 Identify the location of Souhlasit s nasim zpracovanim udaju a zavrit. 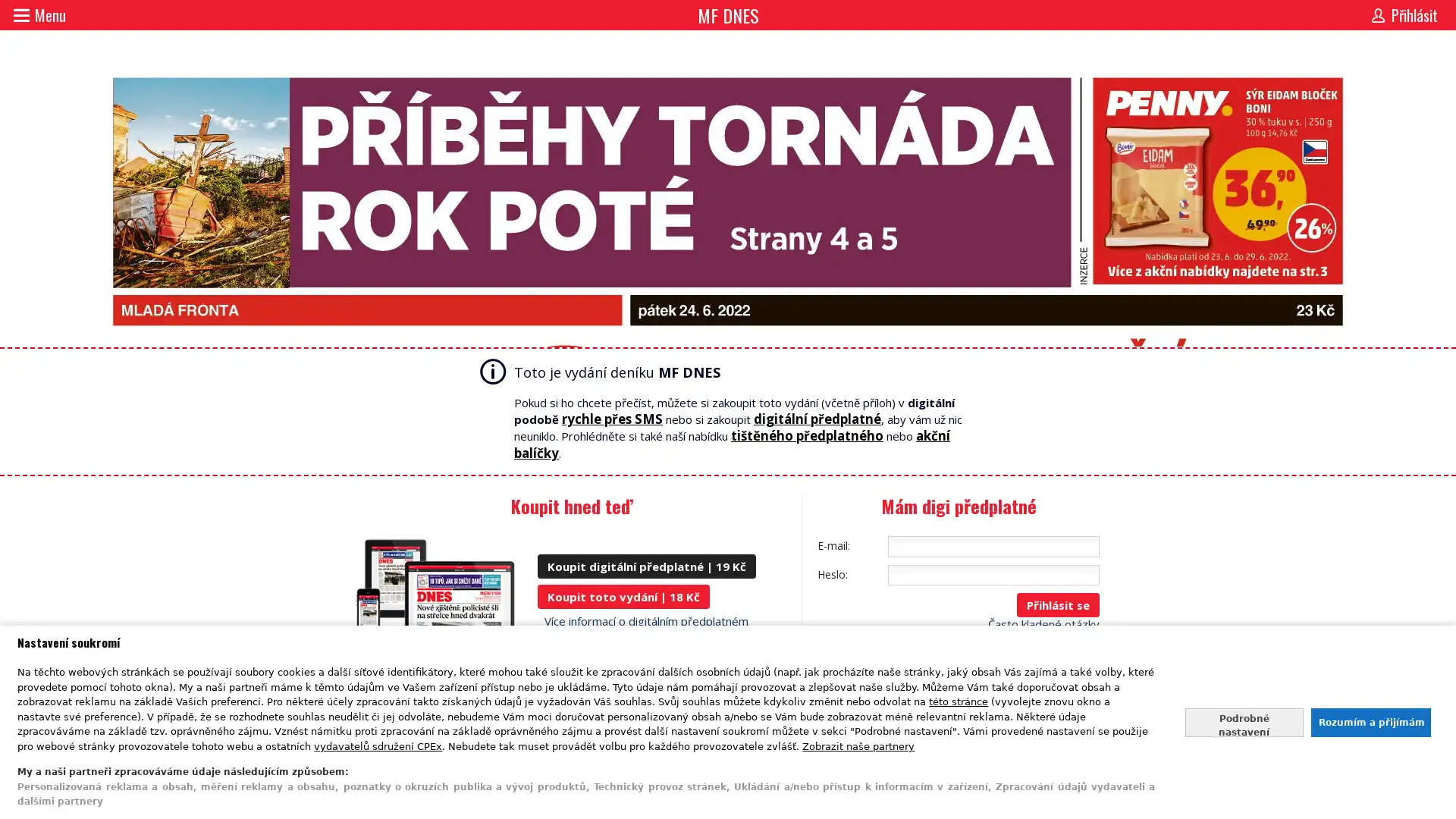
(1370, 721).